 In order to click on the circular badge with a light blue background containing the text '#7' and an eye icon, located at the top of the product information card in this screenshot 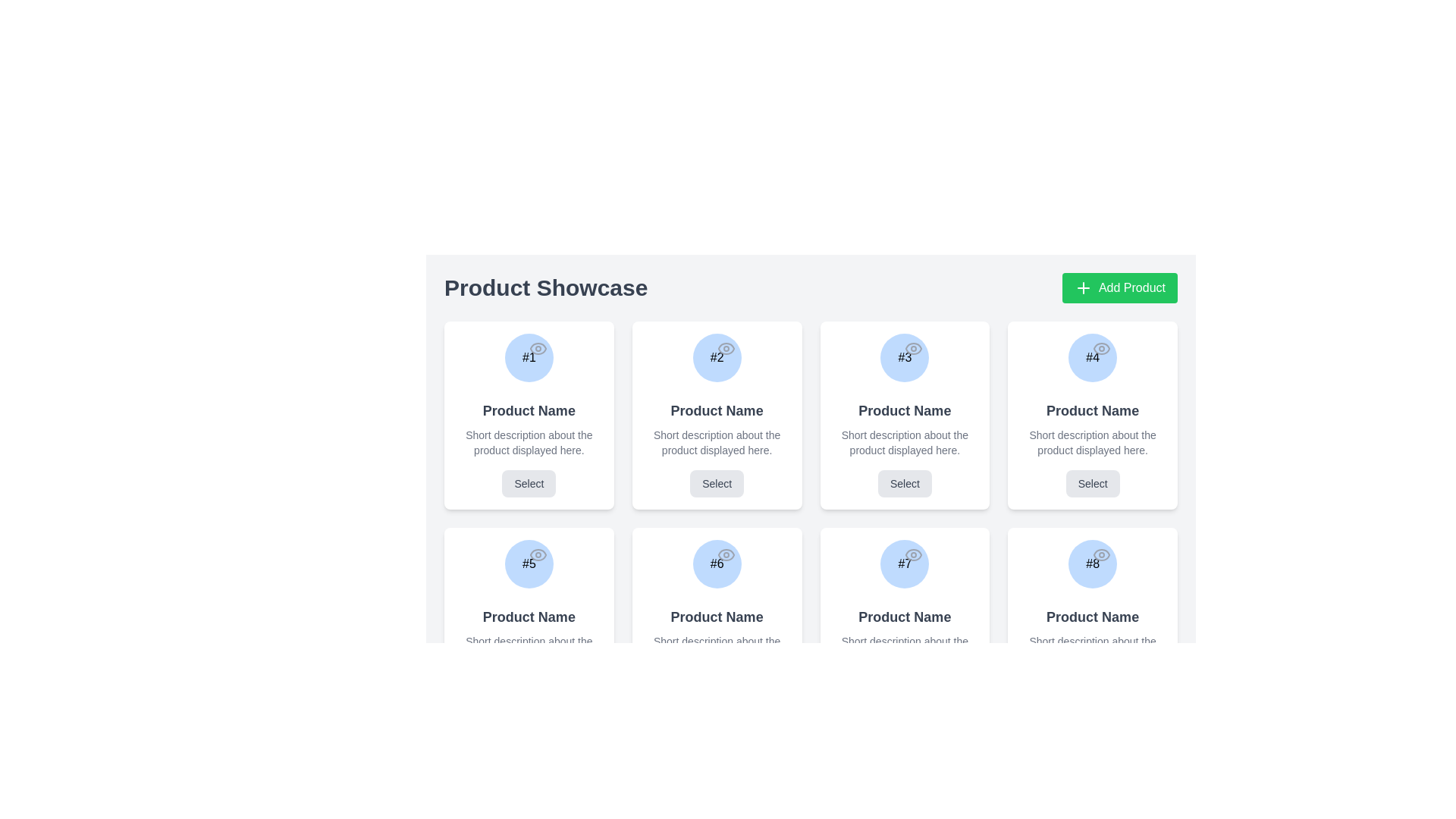, I will do `click(905, 564)`.